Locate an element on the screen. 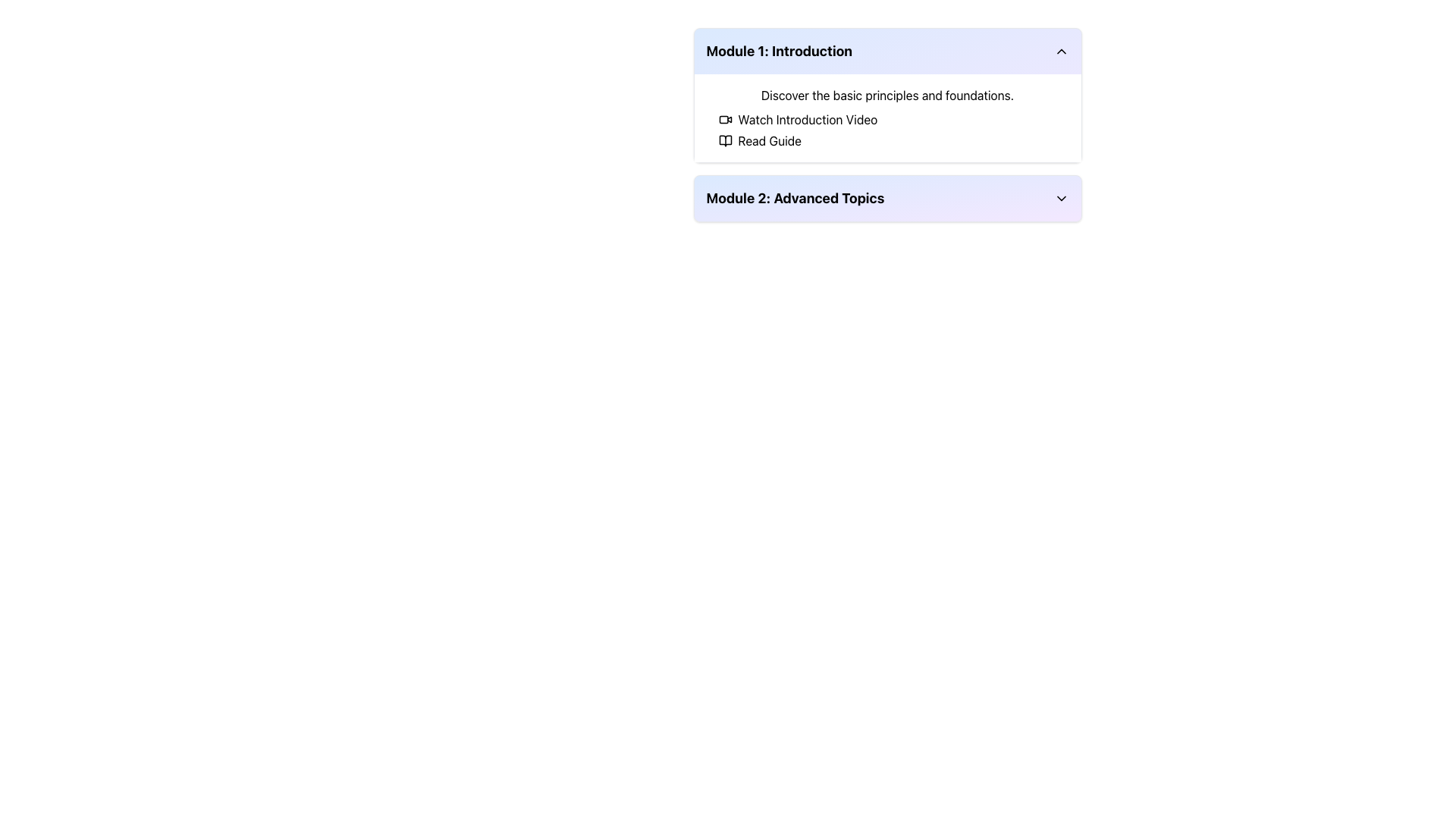  the small upward-pointing chevron icon in the header of the 'Module 1: Introduction' section is located at coordinates (1060, 51).